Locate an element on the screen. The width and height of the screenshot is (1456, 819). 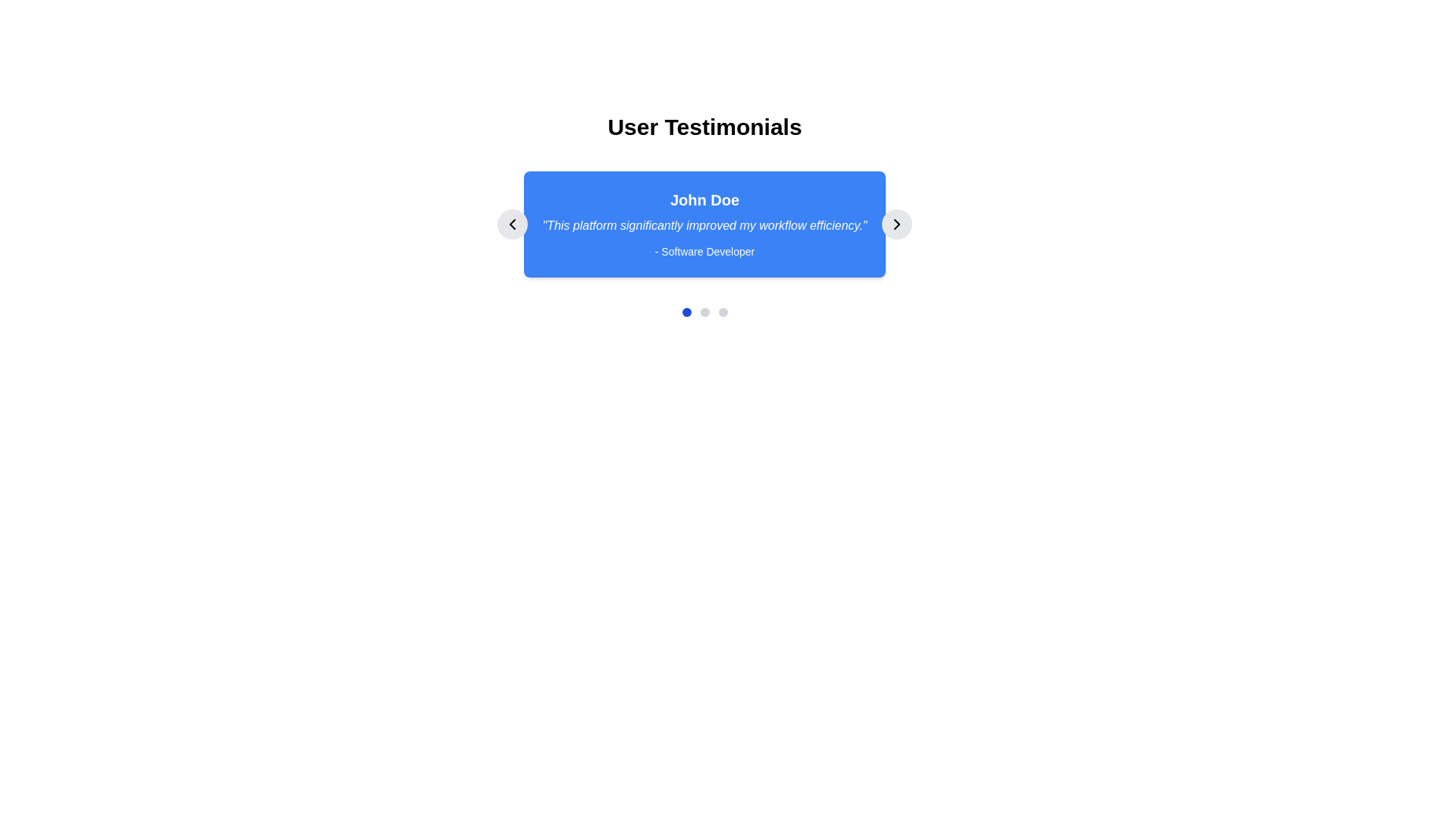
the text label that reads '- Software Developer', which is centrally aligned within a blue background section at the bottom of a testimonial card is located at coordinates (704, 250).